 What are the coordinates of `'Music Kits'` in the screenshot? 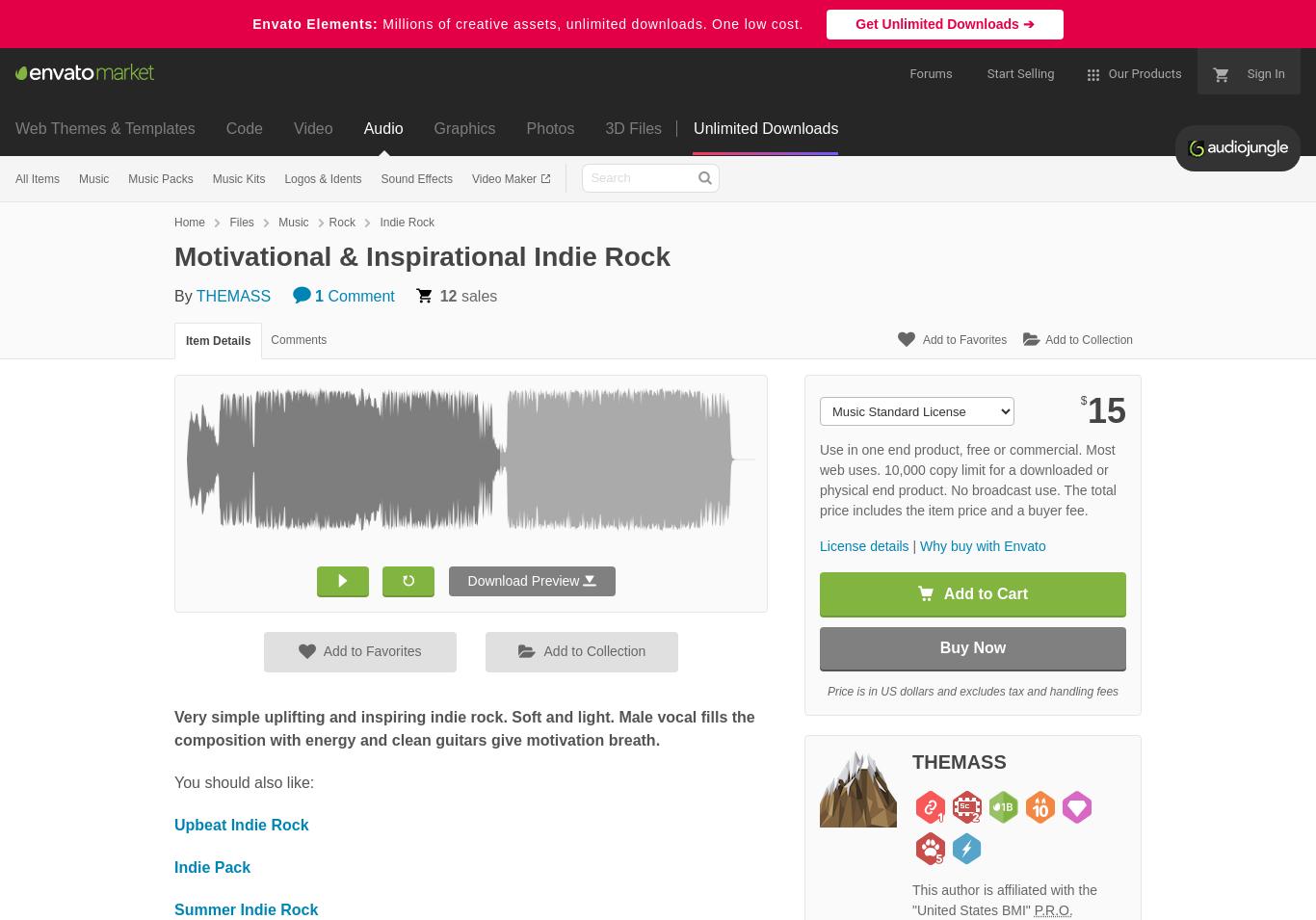 It's located at (238, 179).